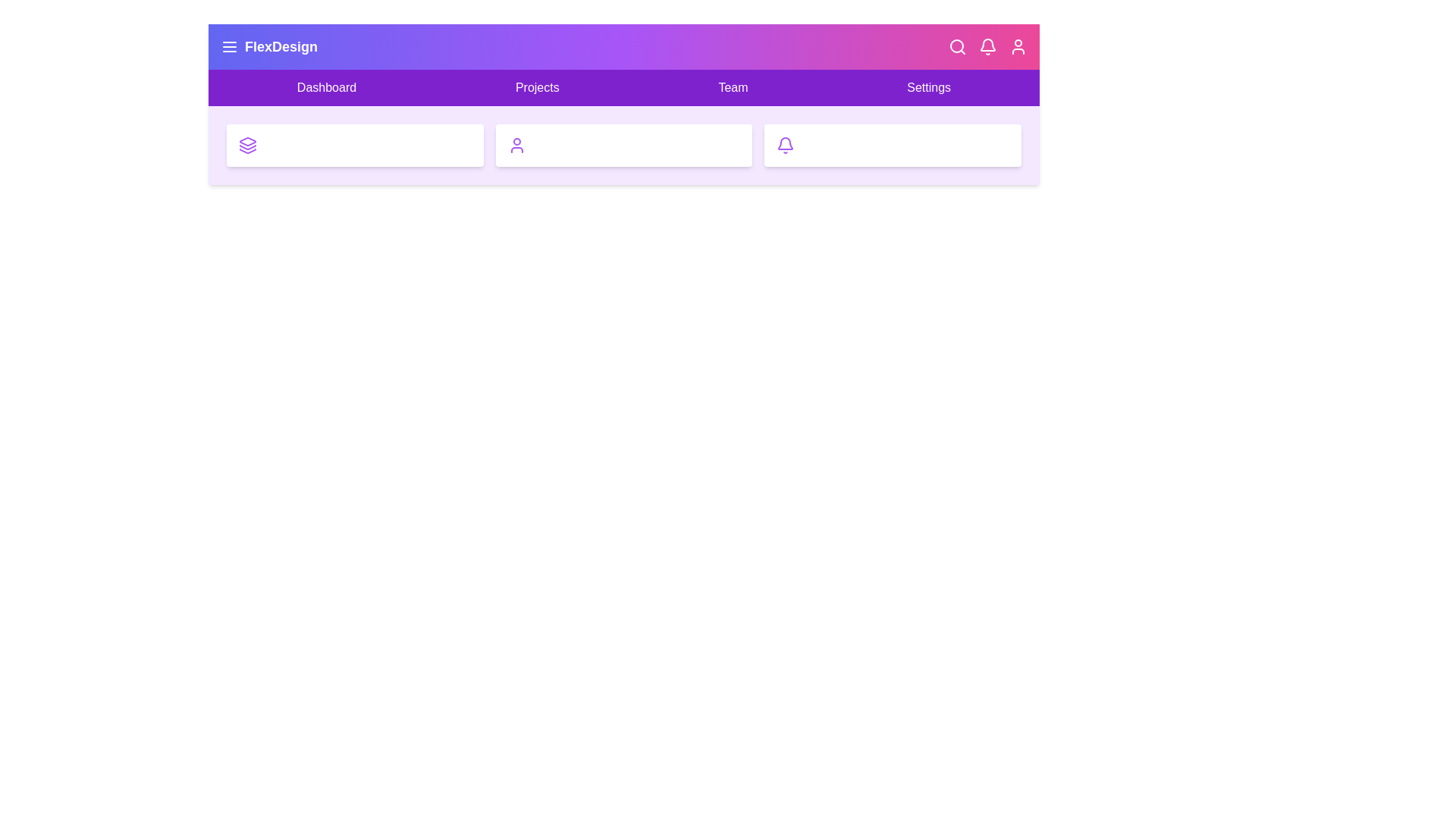 This screenshot has width=1456, height=819. Describe the element at coordinates (987, 45) in the screenshot. I see `the Bell icon in the top bar` at that location.